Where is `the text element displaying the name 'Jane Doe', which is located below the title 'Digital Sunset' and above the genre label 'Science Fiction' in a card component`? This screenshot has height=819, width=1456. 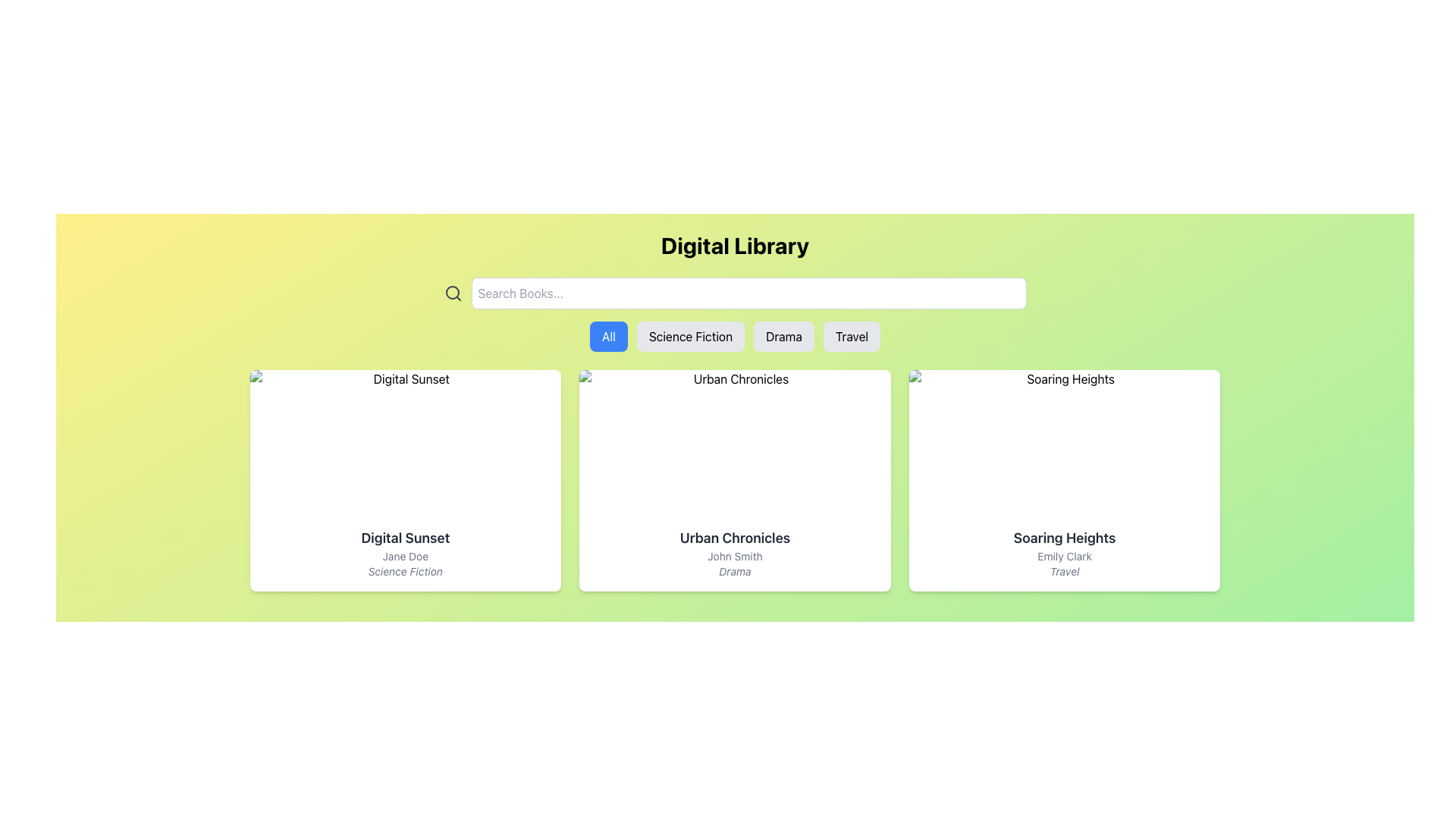
the text element displaying the name 'Jane Doe', which is located below the title 'Digital Sunset' and above the genre label 'Science Fiction' in a card component is located at coordinates (405, 556).